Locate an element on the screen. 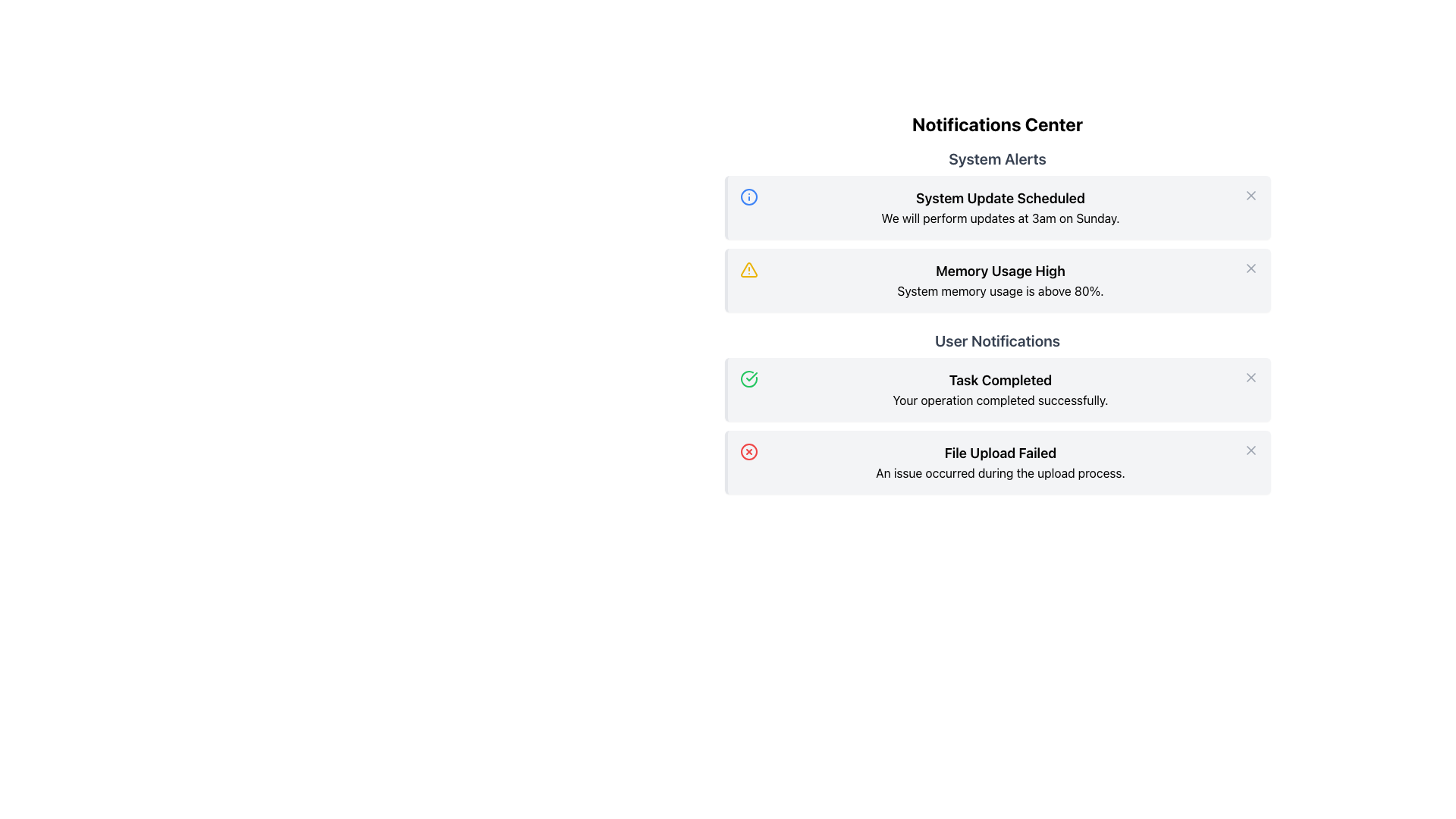 The height and width of the screenshot is (819, 1456). text content of the second notification card under the 'System Alerts' section in the Notifications Center, which warns about high system memory usage is located at coordinates (997, 281).